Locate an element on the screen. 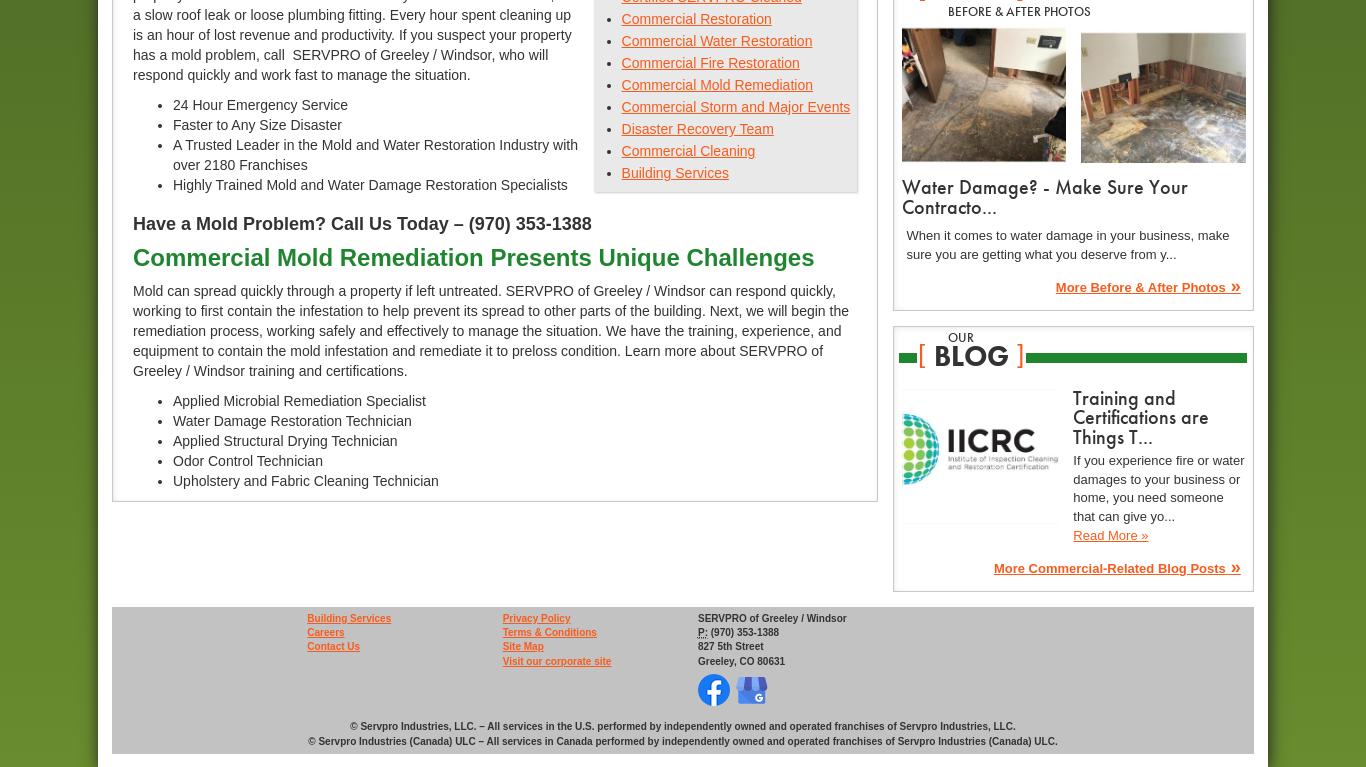  'When it comes to water damage in your business, make sure you are getting what you deserve from y...' is located at coordinates (1066, 243).